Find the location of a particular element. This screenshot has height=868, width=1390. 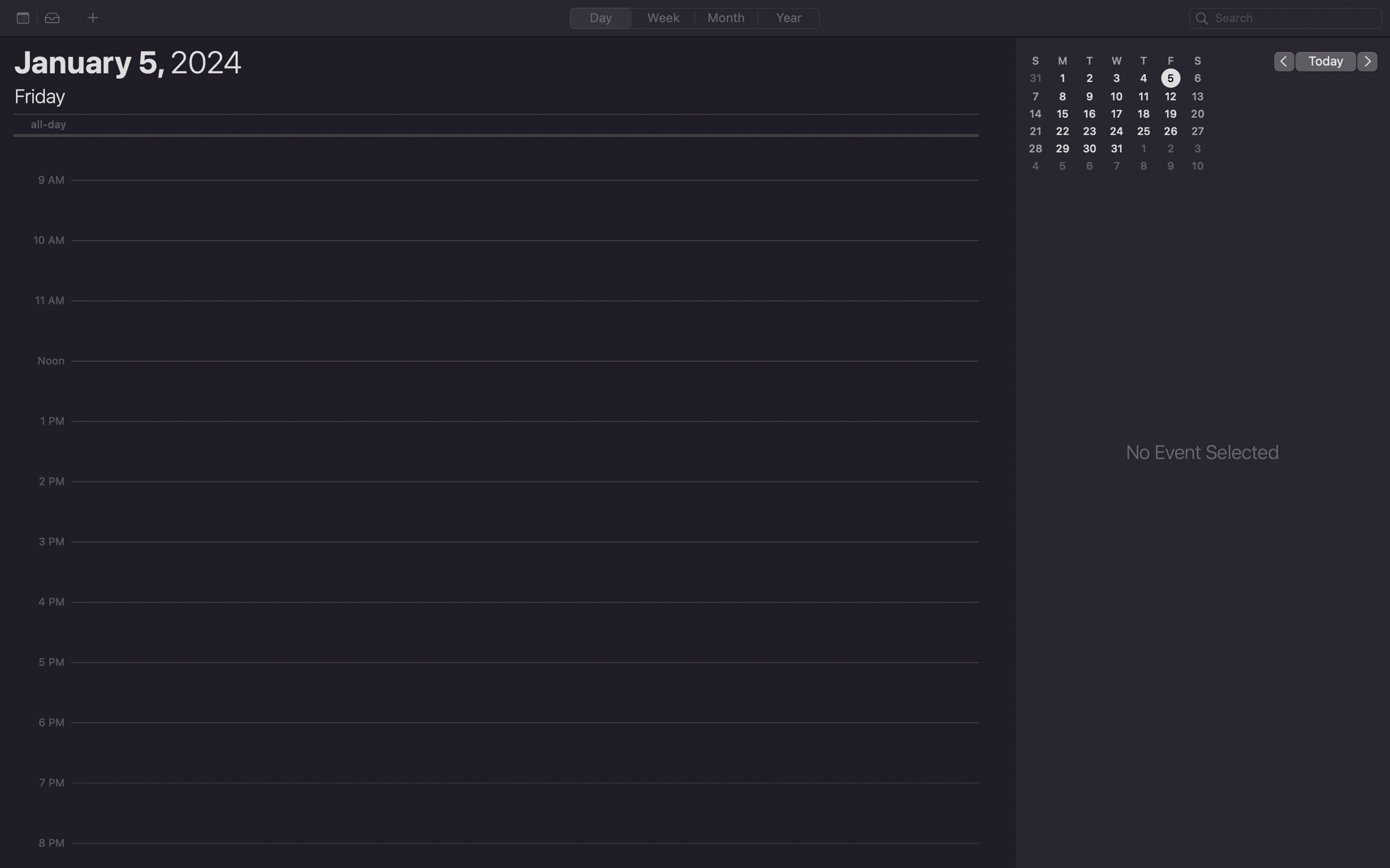

For event planning, scroll from 9 in the morning to 1 in the afternoon is located at coordinates (528, 185).